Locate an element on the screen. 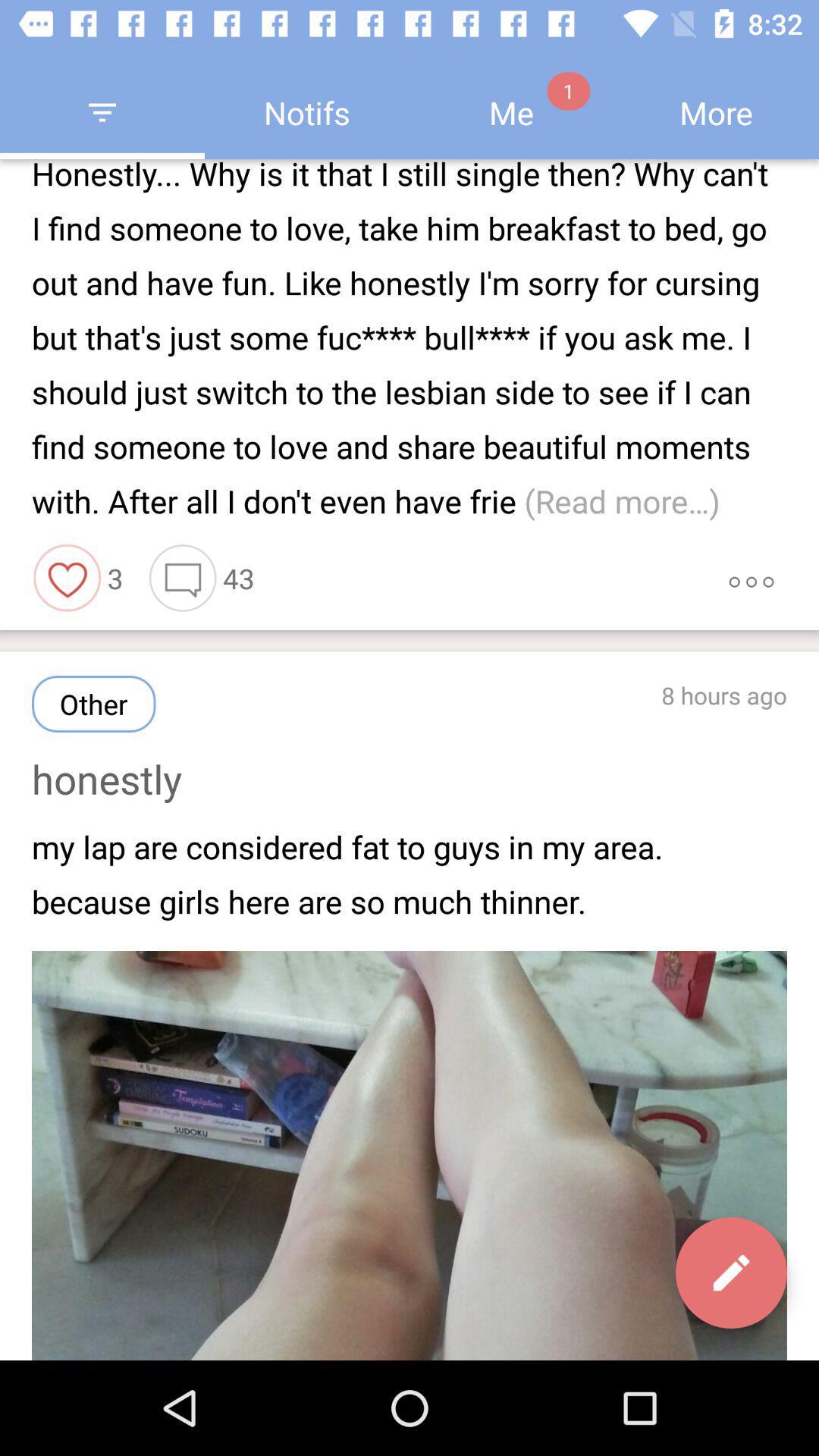  the item next to the 43 item is located at coordinates (751, 577).